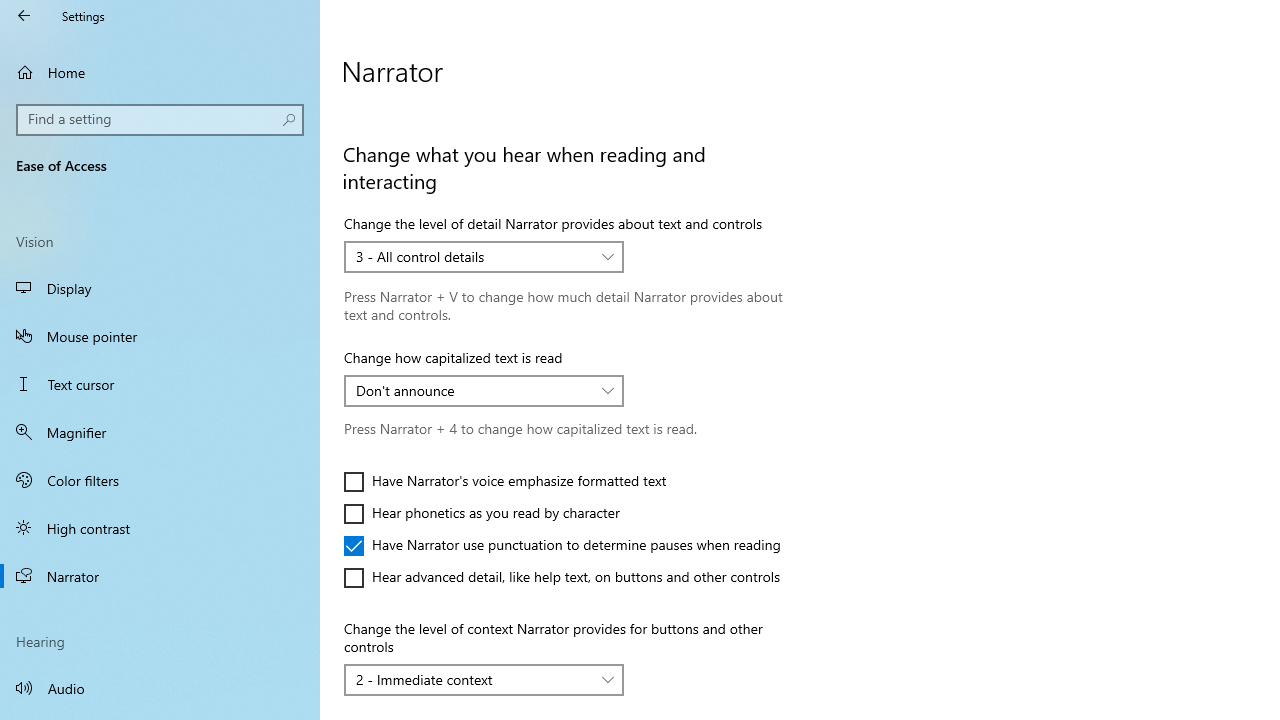  Describe the element at coordinates (160, 119) in the screenshot. I see `'Search box, Find a setting'` at that location.